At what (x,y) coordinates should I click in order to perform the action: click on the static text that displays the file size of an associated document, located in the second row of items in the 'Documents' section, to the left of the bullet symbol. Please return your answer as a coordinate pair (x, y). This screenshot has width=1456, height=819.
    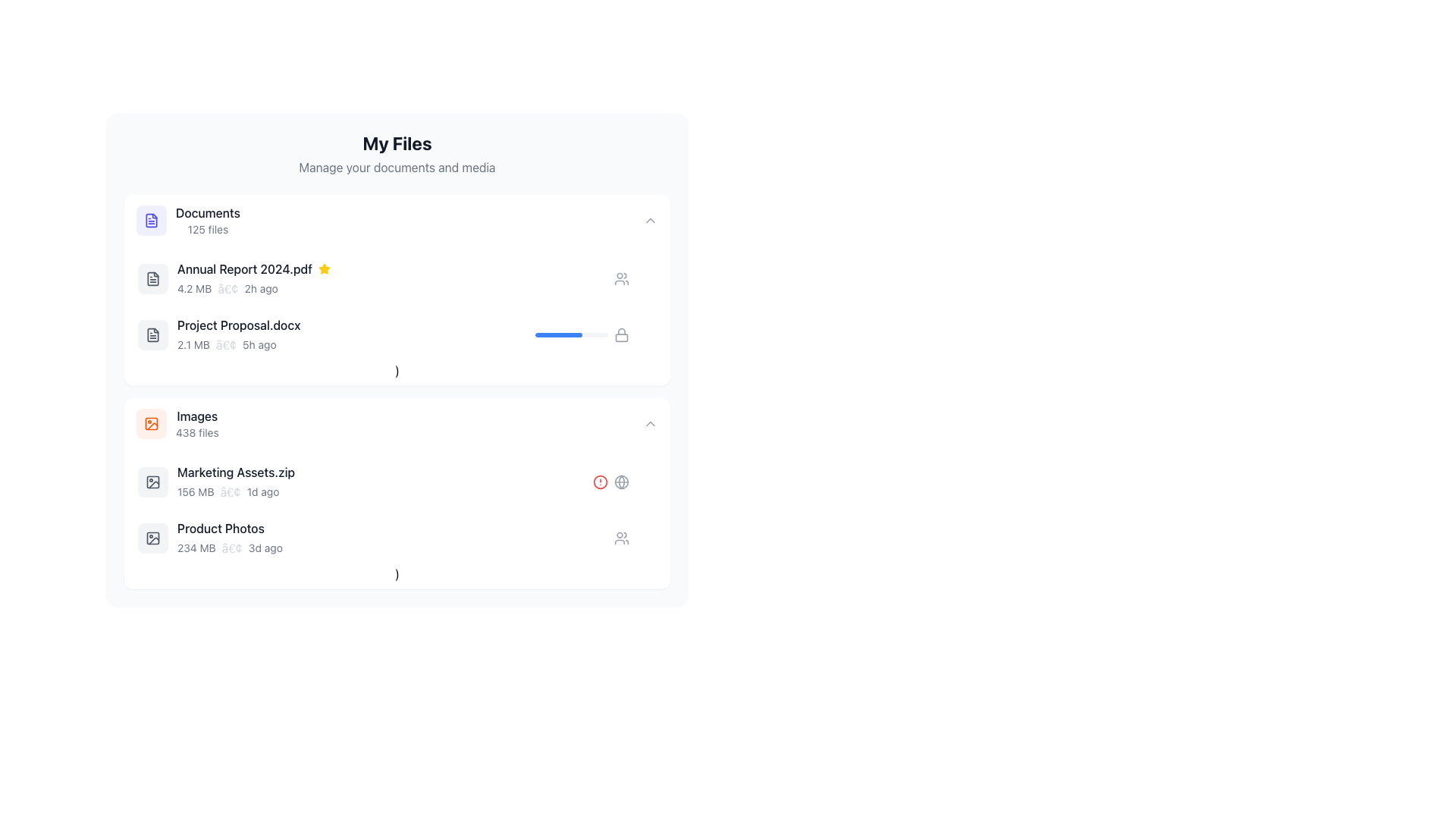
    Looking at the image, I should click on (193, 289).